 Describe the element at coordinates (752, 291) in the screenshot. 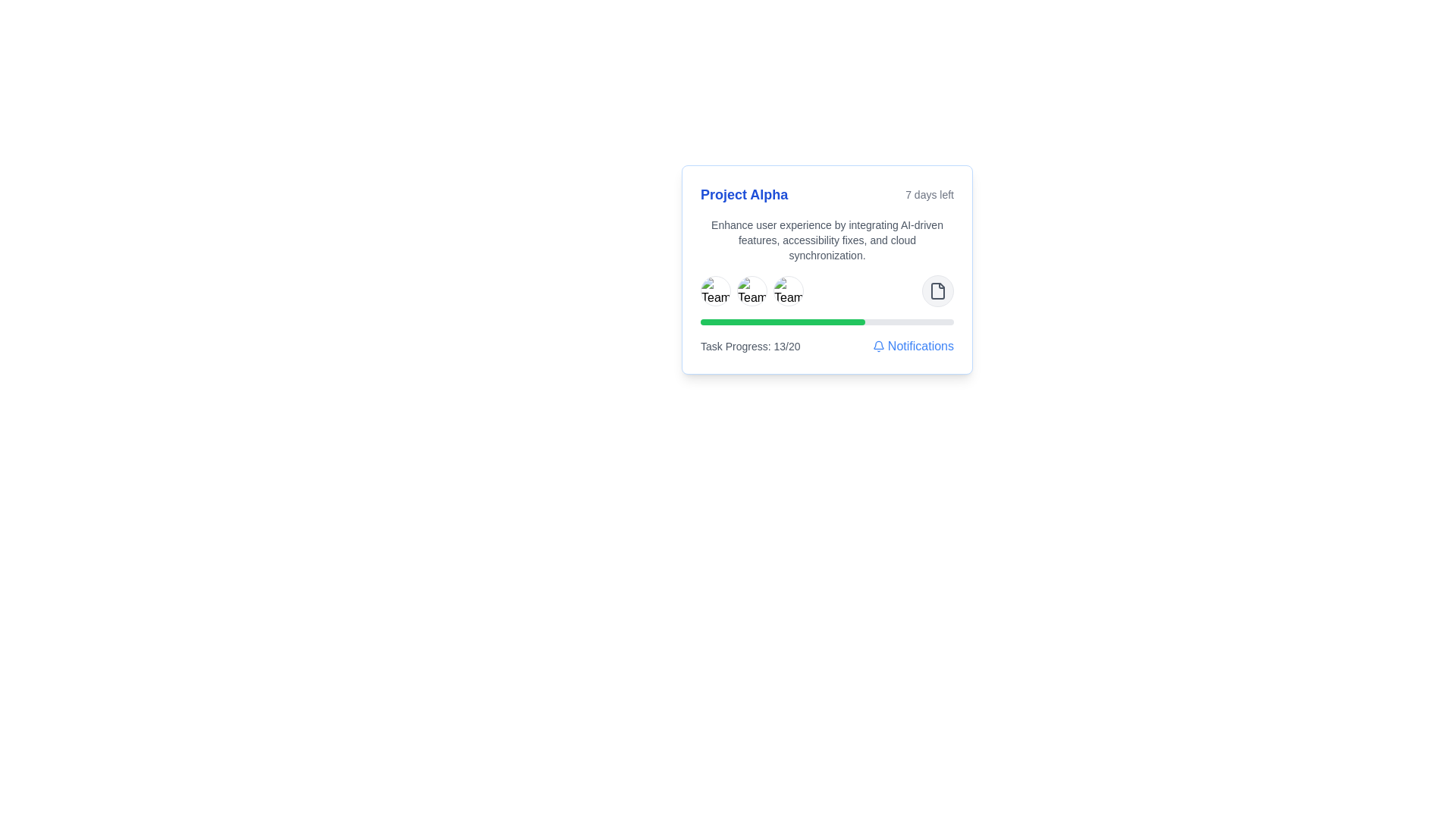

I see `the circular profile image labeled 'Team', which is the middle avatar in a lineup of three, located at the top of a card-like component for project information` at that location.